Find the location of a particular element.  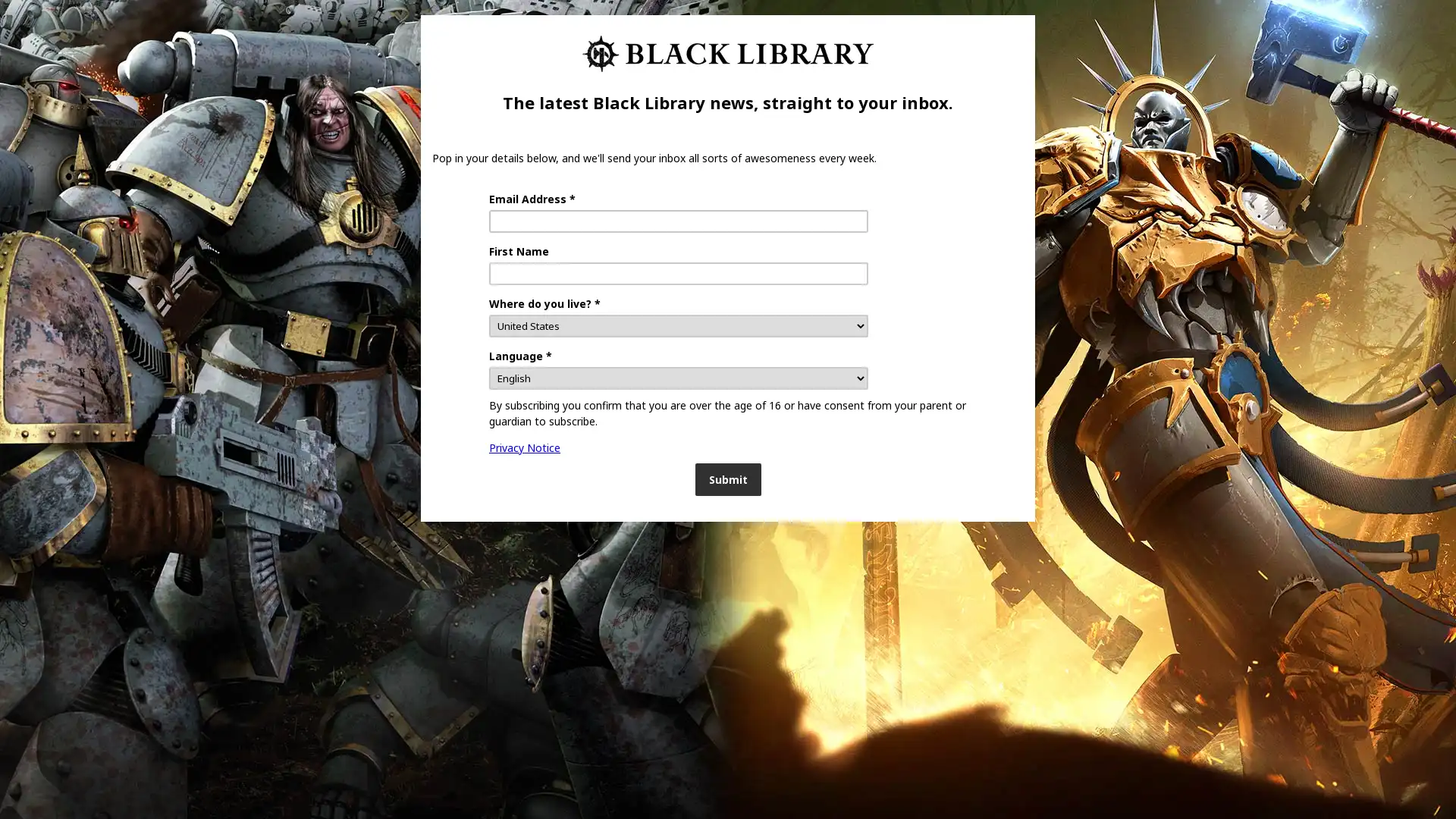

Submit is located at coordinates (726, 479).